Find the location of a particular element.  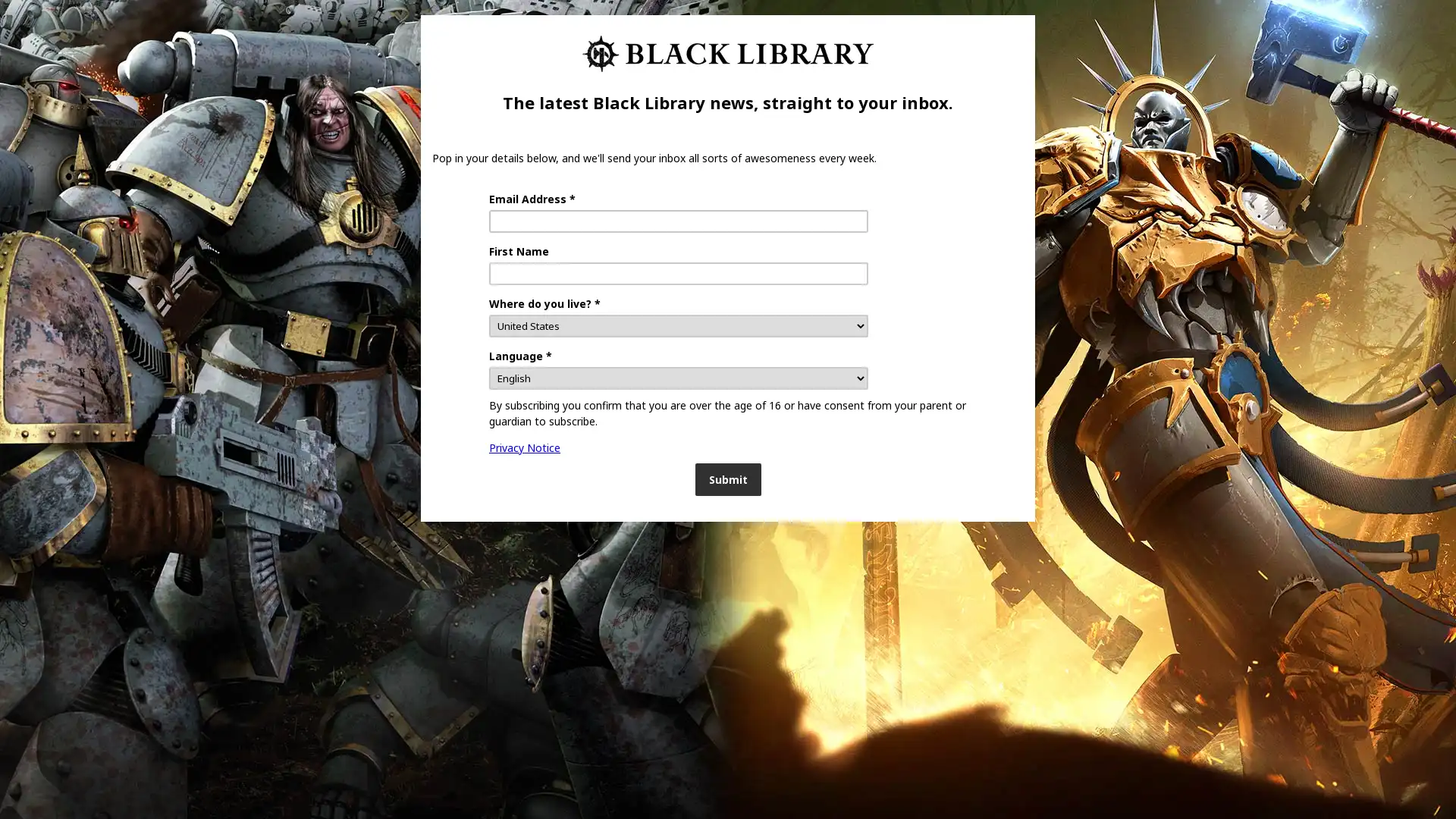

Submit is located at coordinates (726, 479).